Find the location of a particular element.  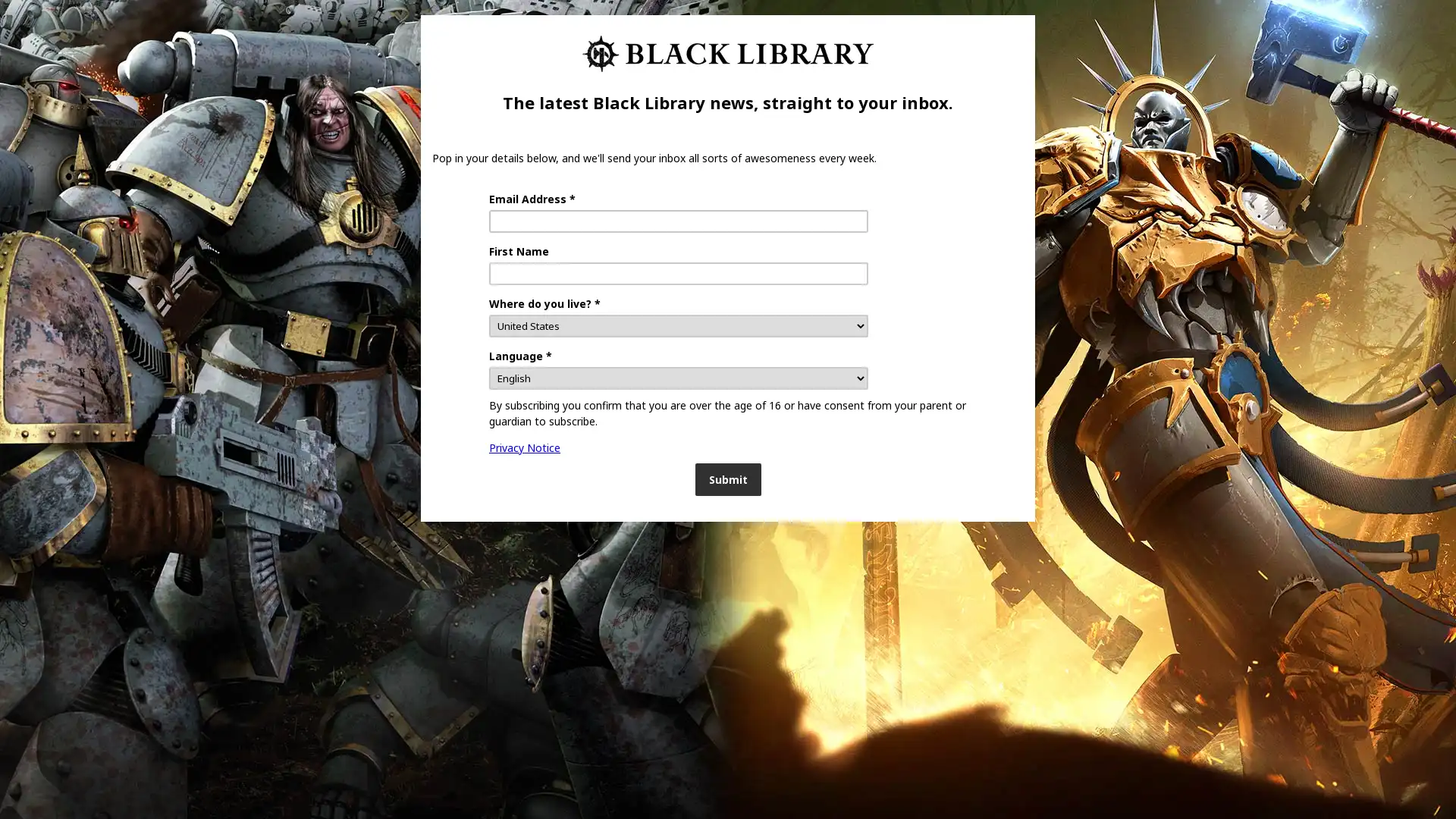

Submit is located at coordinates (726, 479).